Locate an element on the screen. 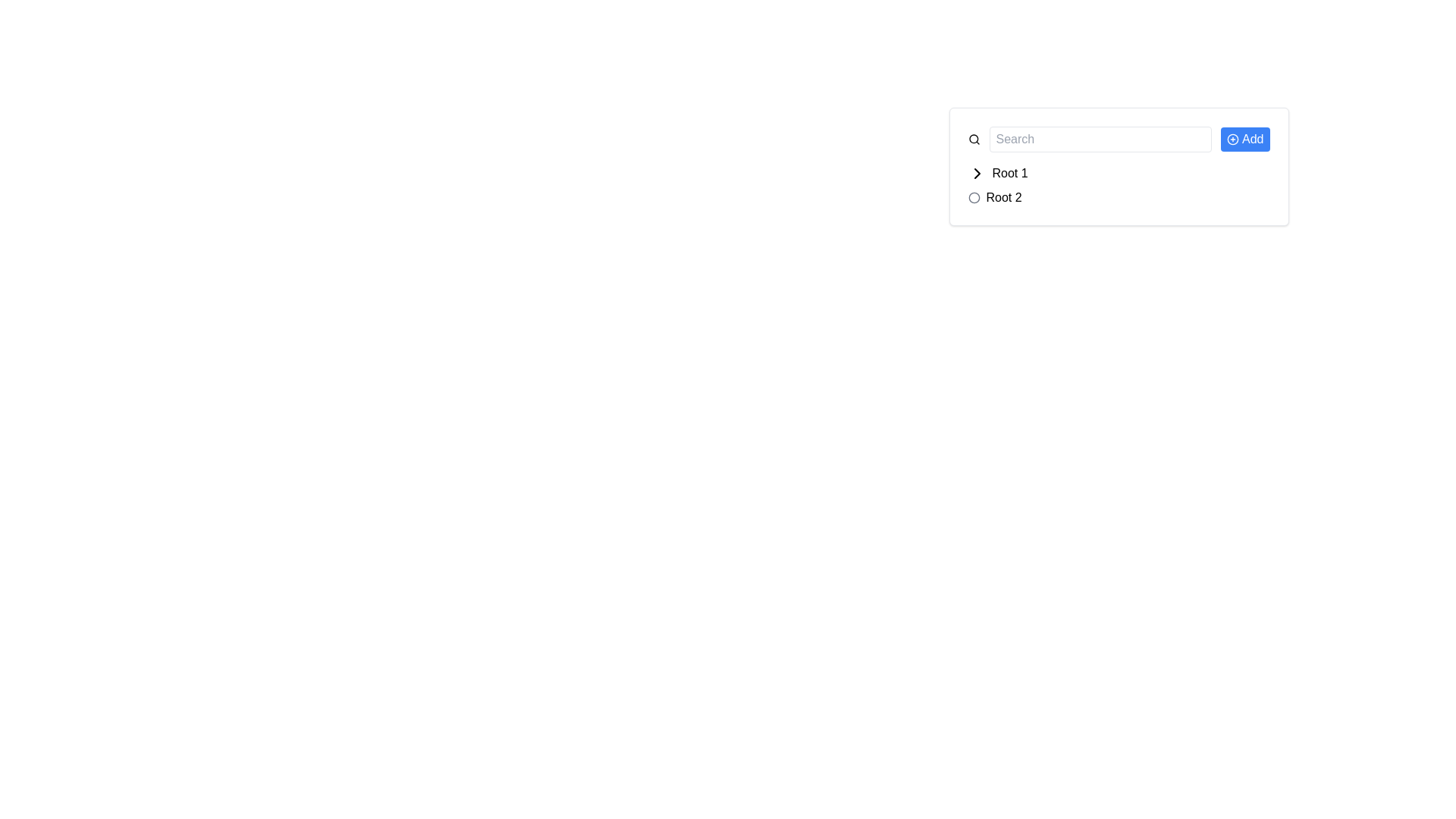 The width and height of the screenshot is (1456, 819). the blue button at the top-right corner of the interactive panel that contains the text label representing the addition action is located at coordinates (1253, 140).